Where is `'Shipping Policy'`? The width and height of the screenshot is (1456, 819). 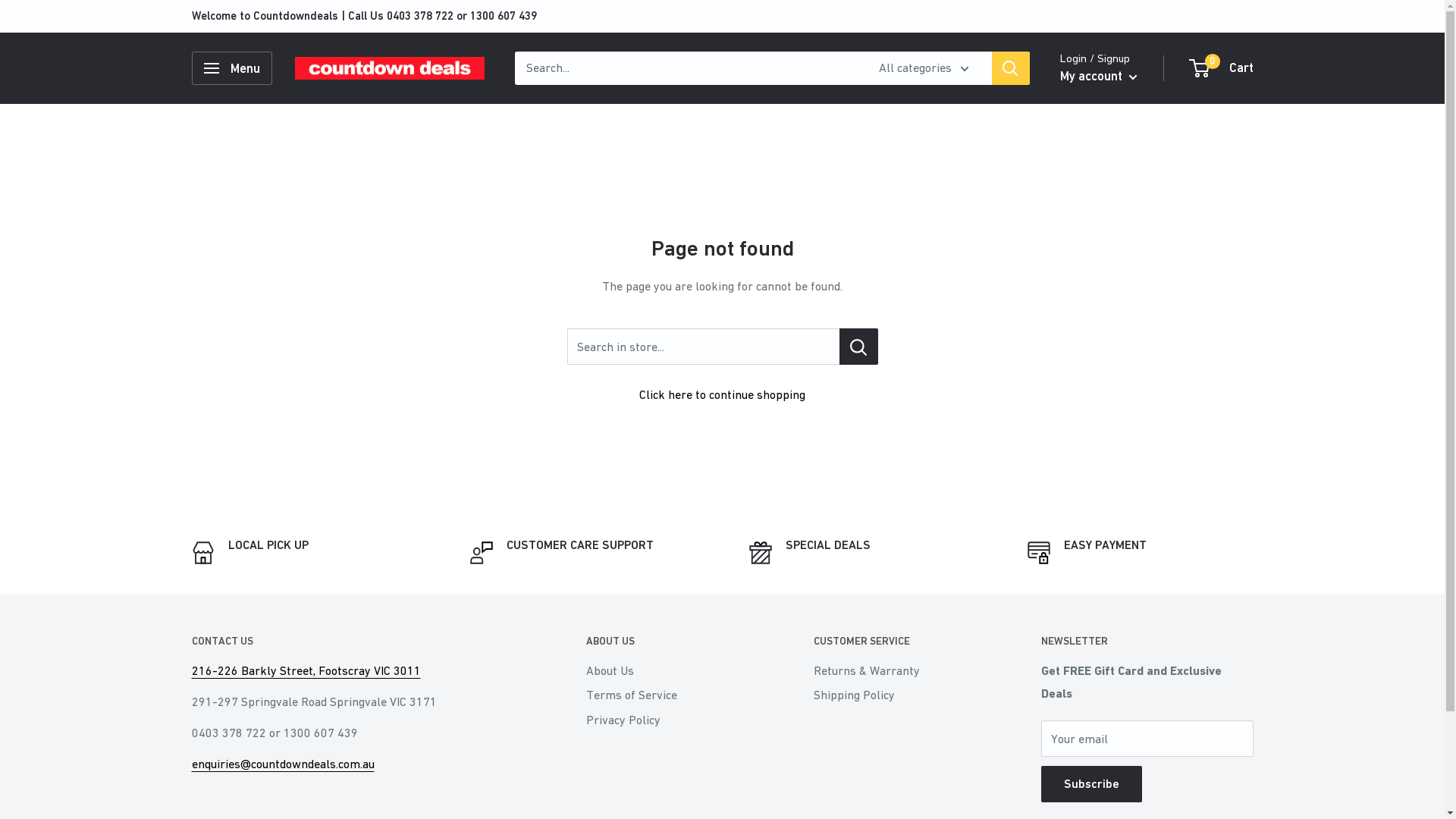
'Shipping Policy' is located at coordinates (899, 694).